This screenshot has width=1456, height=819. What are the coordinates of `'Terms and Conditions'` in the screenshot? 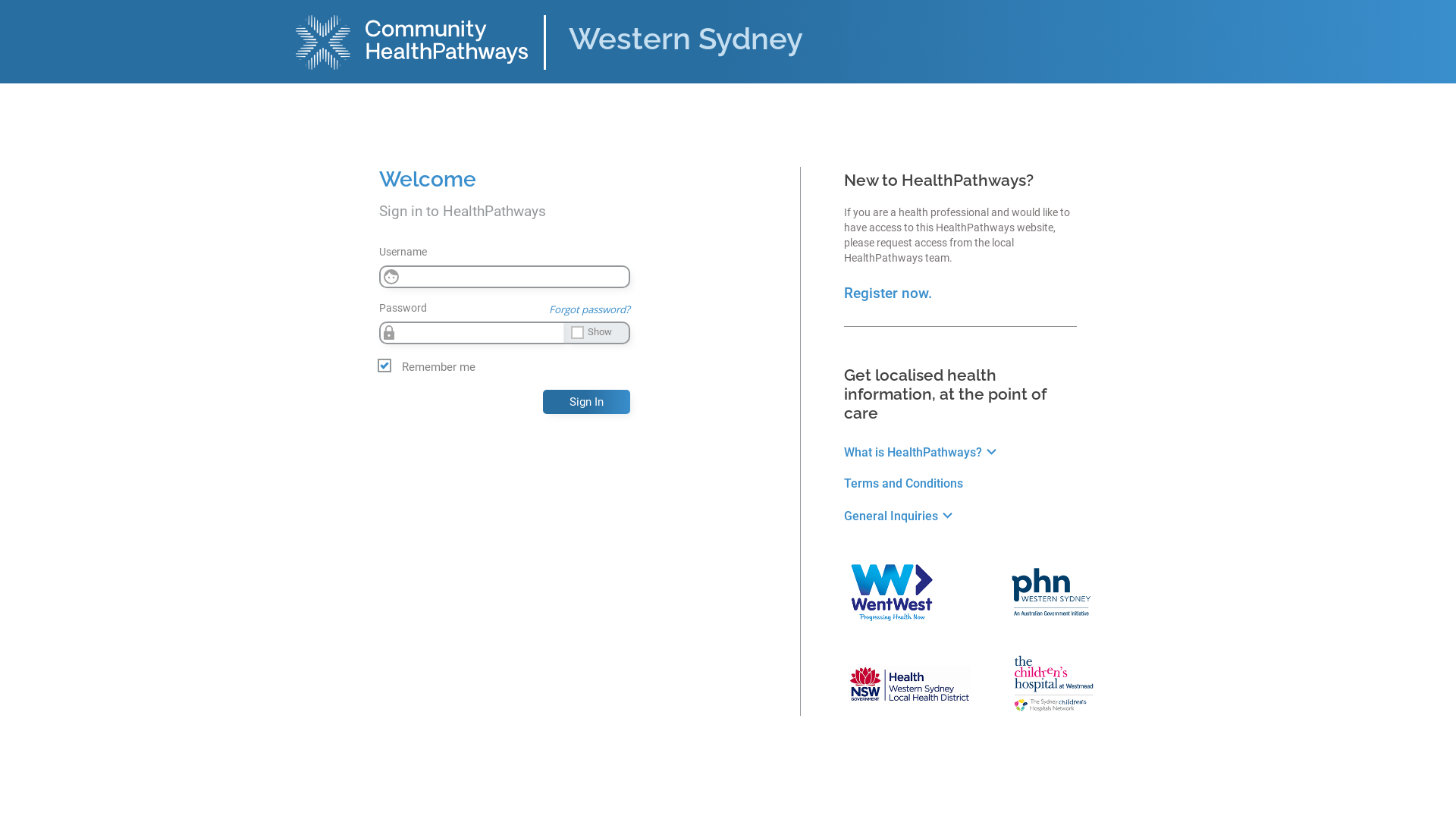 It's located at (843, 483).